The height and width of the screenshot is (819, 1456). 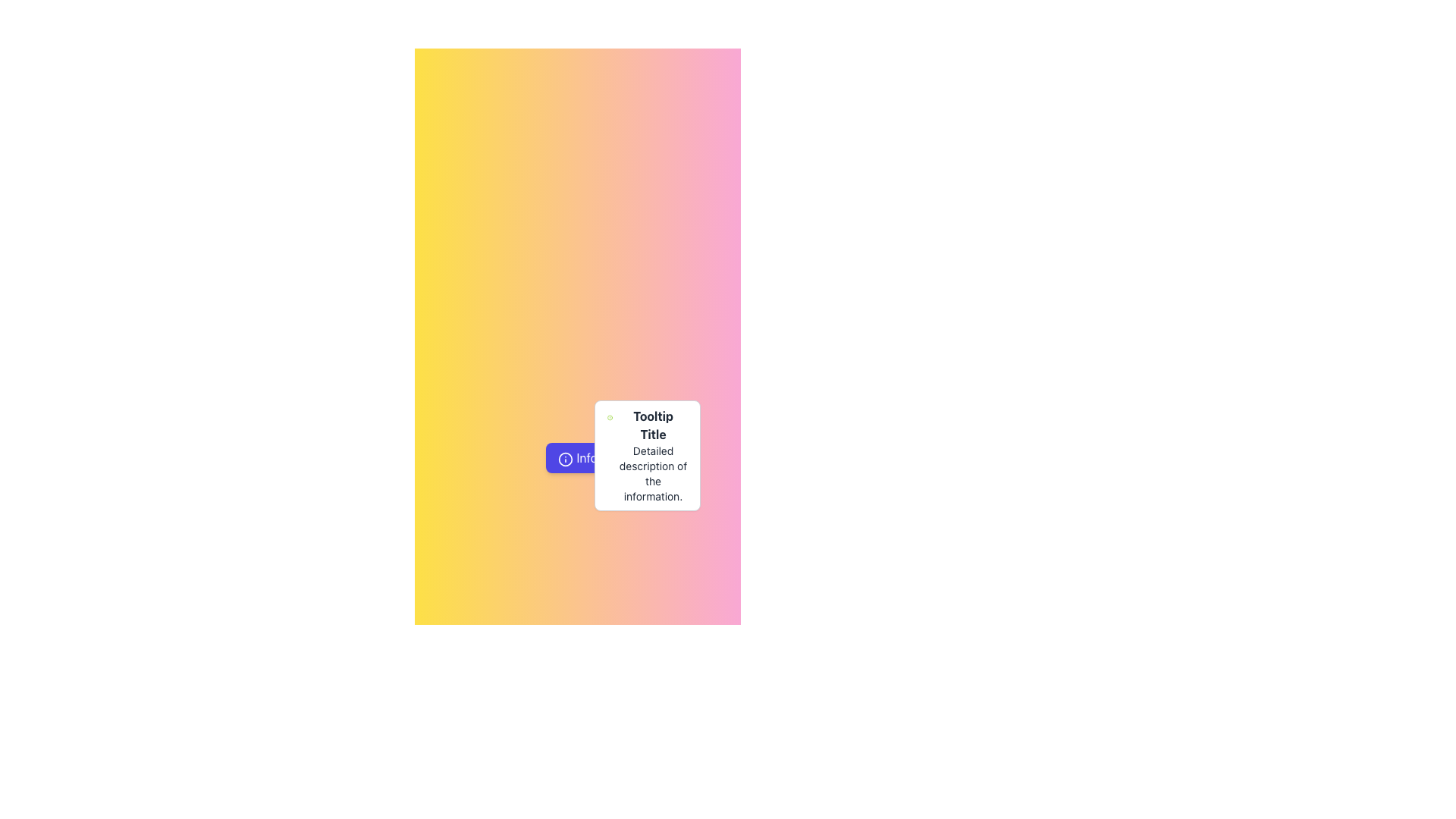 I want to click on the circular information icon located inside the indigo 'Info' button, which triggers tooltips for additional help or guidance, so click(x=565, y=458).